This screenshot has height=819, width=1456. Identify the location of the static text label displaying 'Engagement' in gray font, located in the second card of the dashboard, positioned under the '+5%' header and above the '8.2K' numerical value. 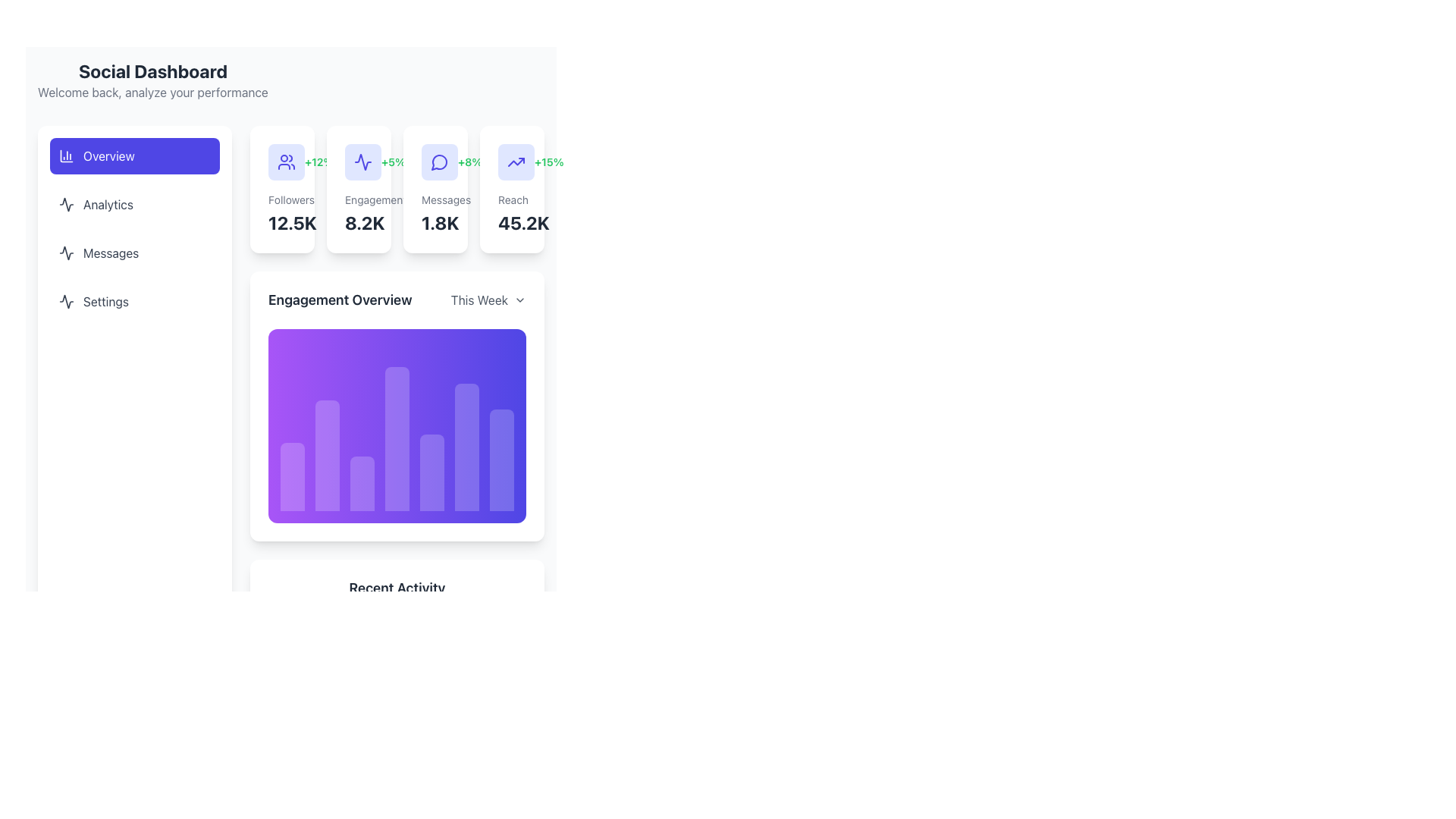
(358, 199).